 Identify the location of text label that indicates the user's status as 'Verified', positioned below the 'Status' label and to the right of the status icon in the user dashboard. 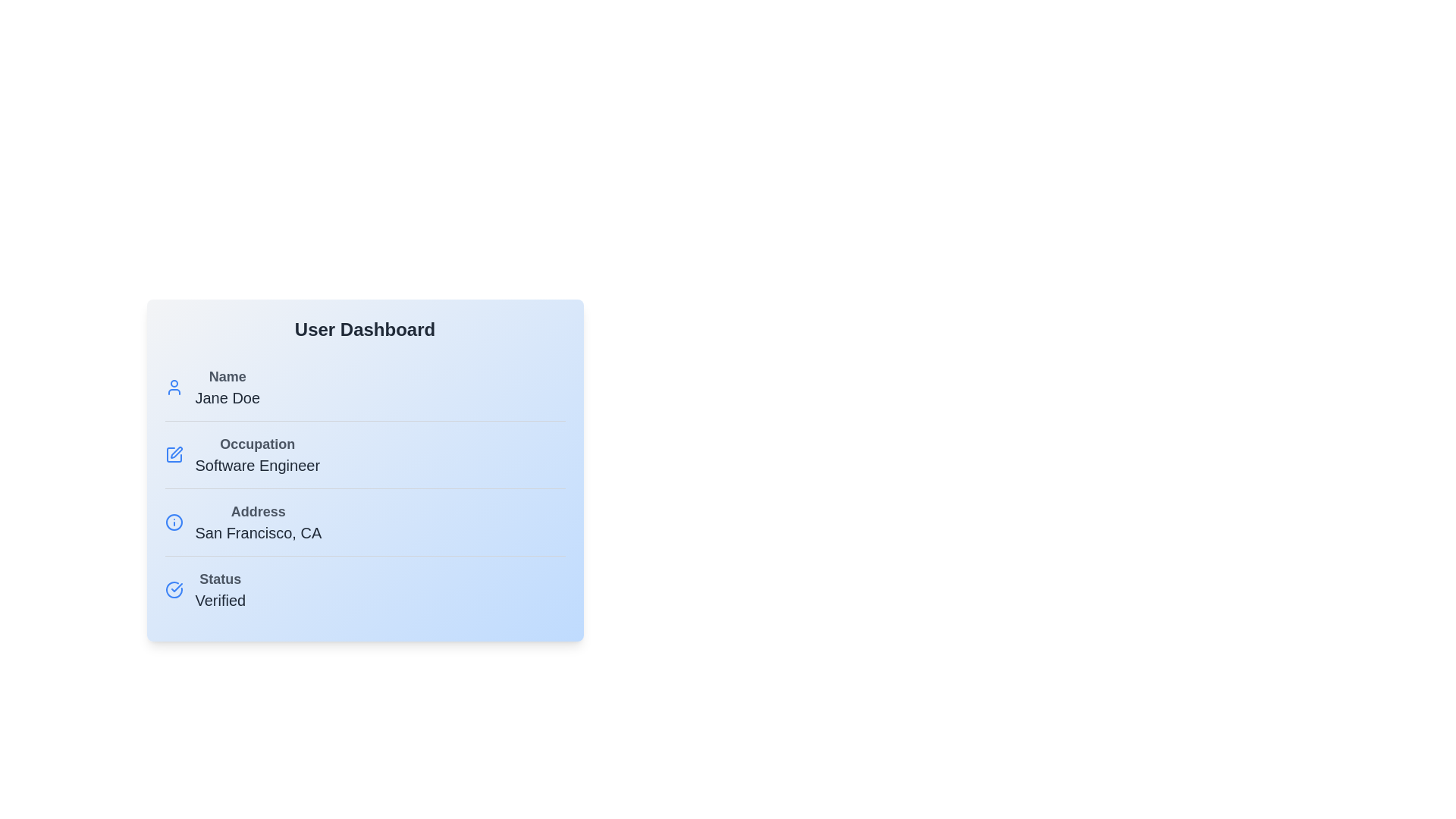
(219, 599).